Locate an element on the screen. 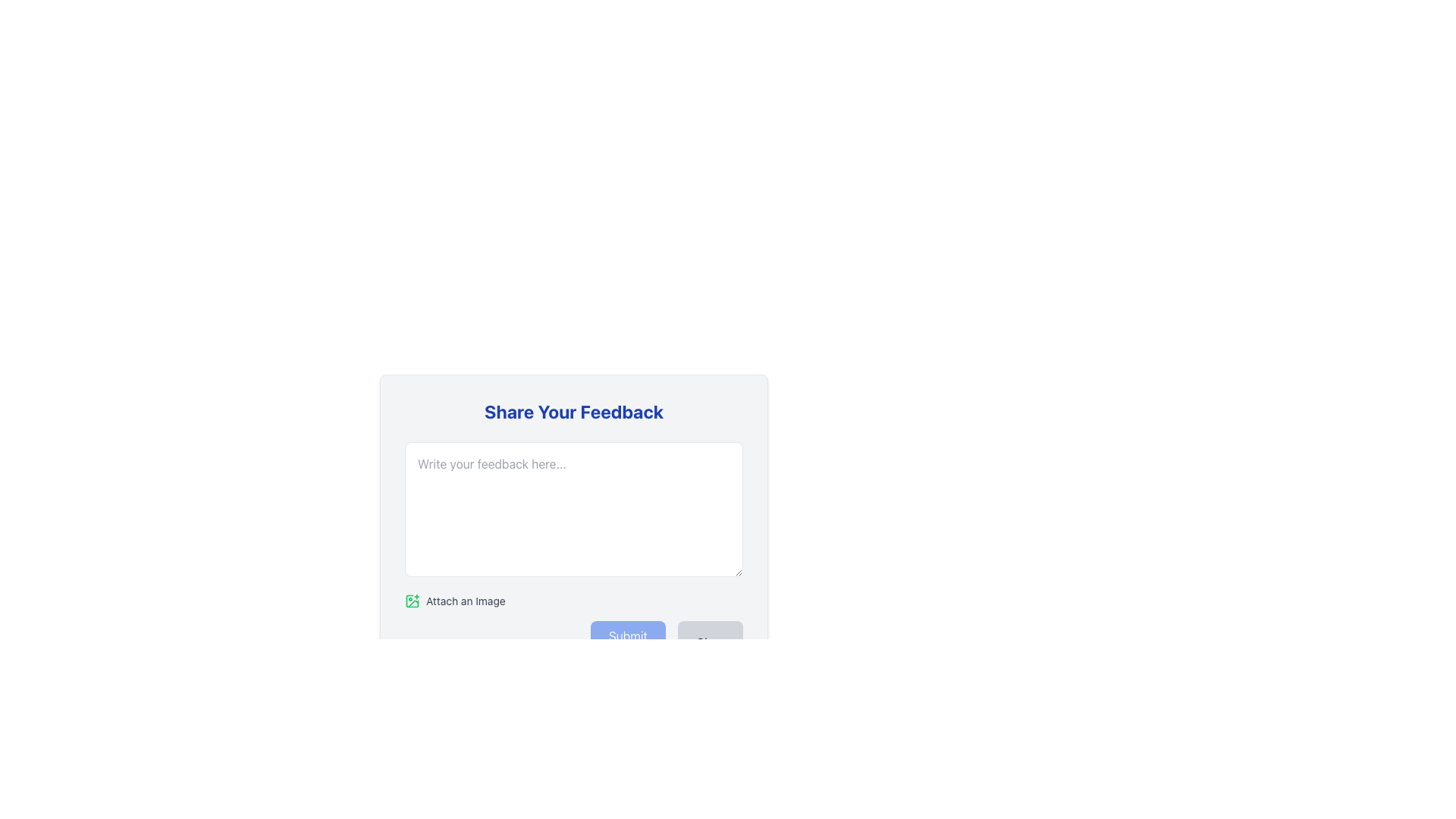 Image resolution: width=1456 pixels, height=819 pixels. the 'Submit' button within the button group at the bottom-right of the feedback form is located at coordinates (573, 643).